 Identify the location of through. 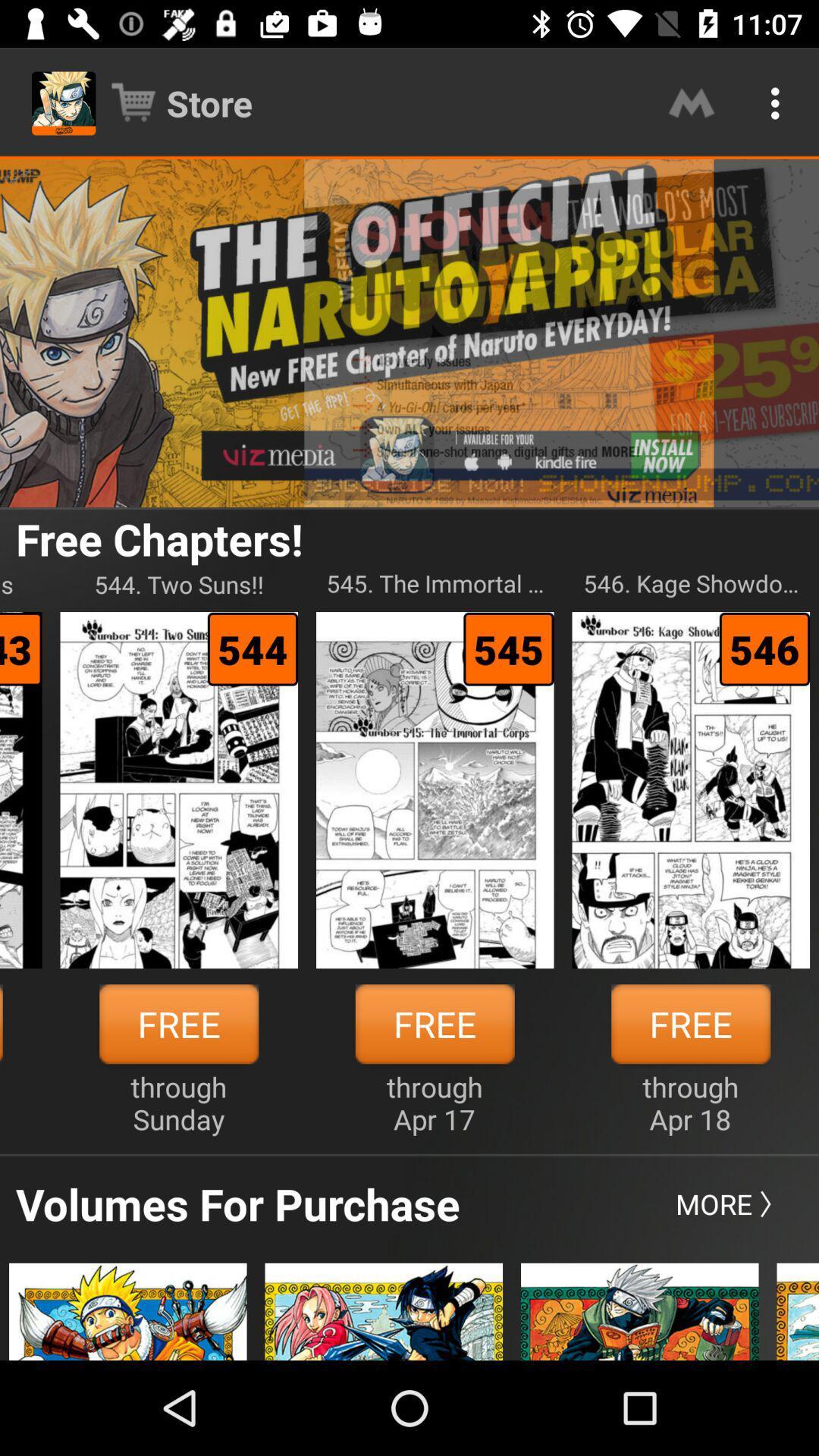
(177, 1103).